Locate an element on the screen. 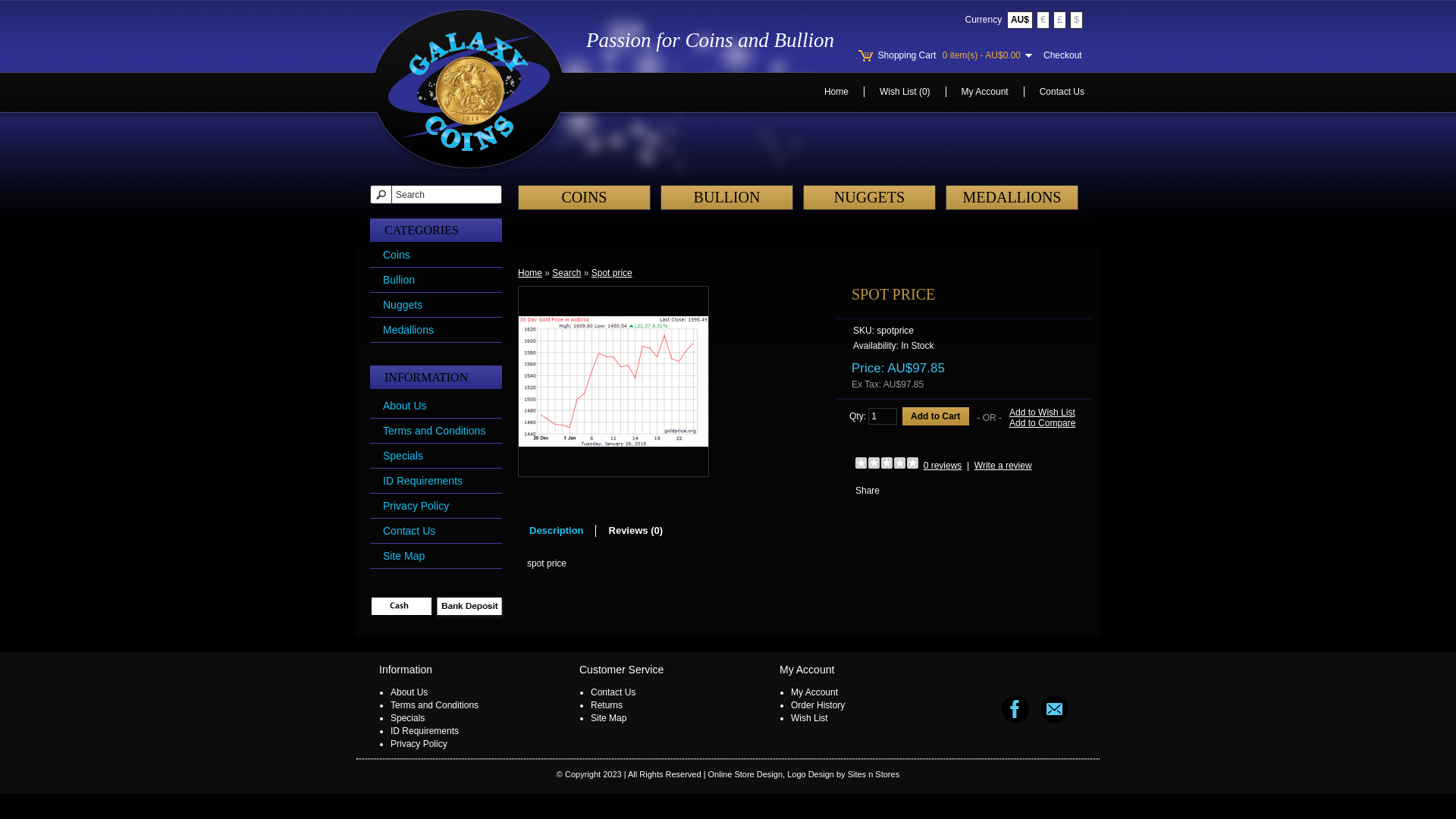  'Add to Compare' is located at coordinates (1041, 423).